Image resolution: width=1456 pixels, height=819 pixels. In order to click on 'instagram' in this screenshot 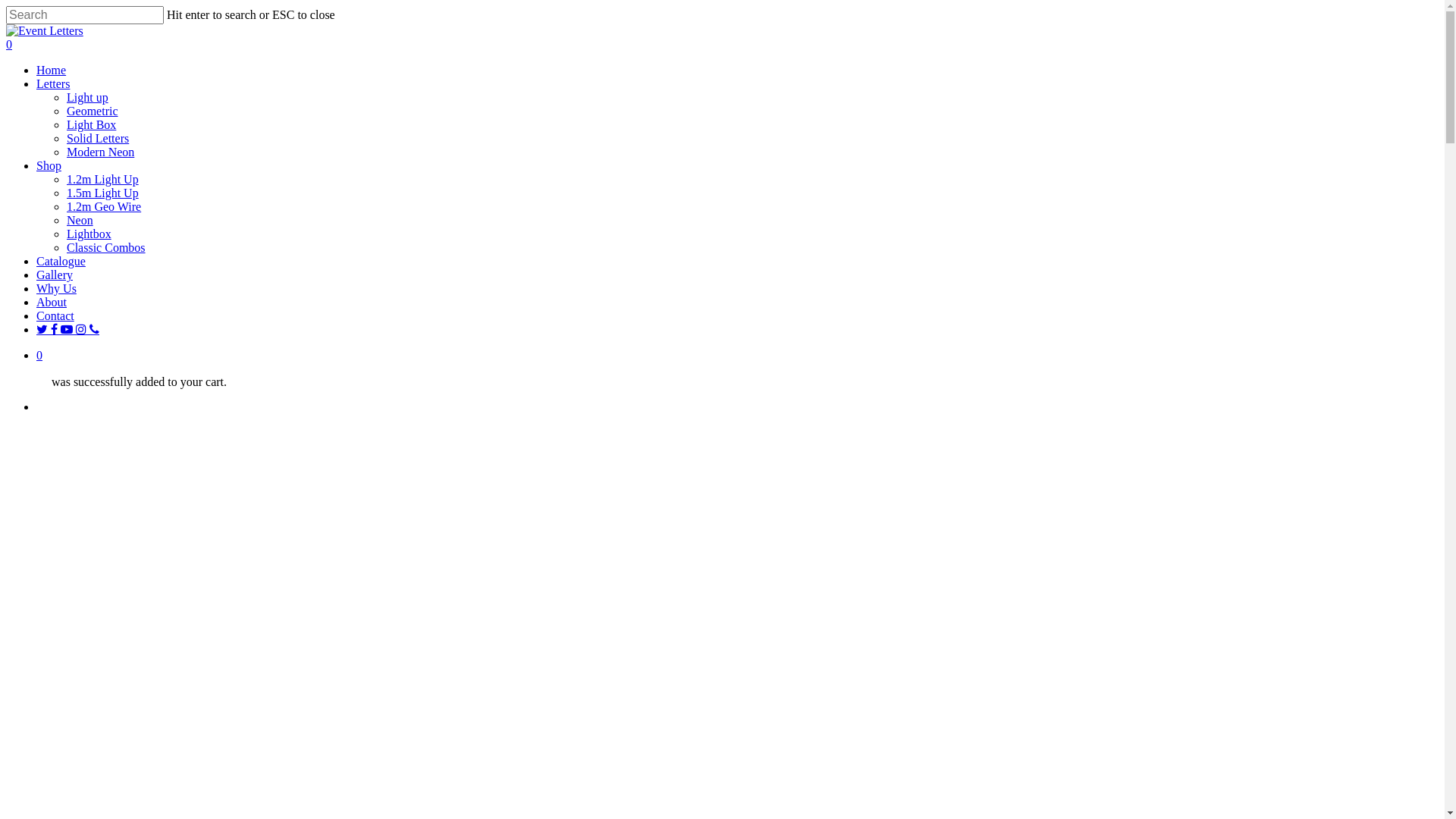, I will do `click(82, 328)`.